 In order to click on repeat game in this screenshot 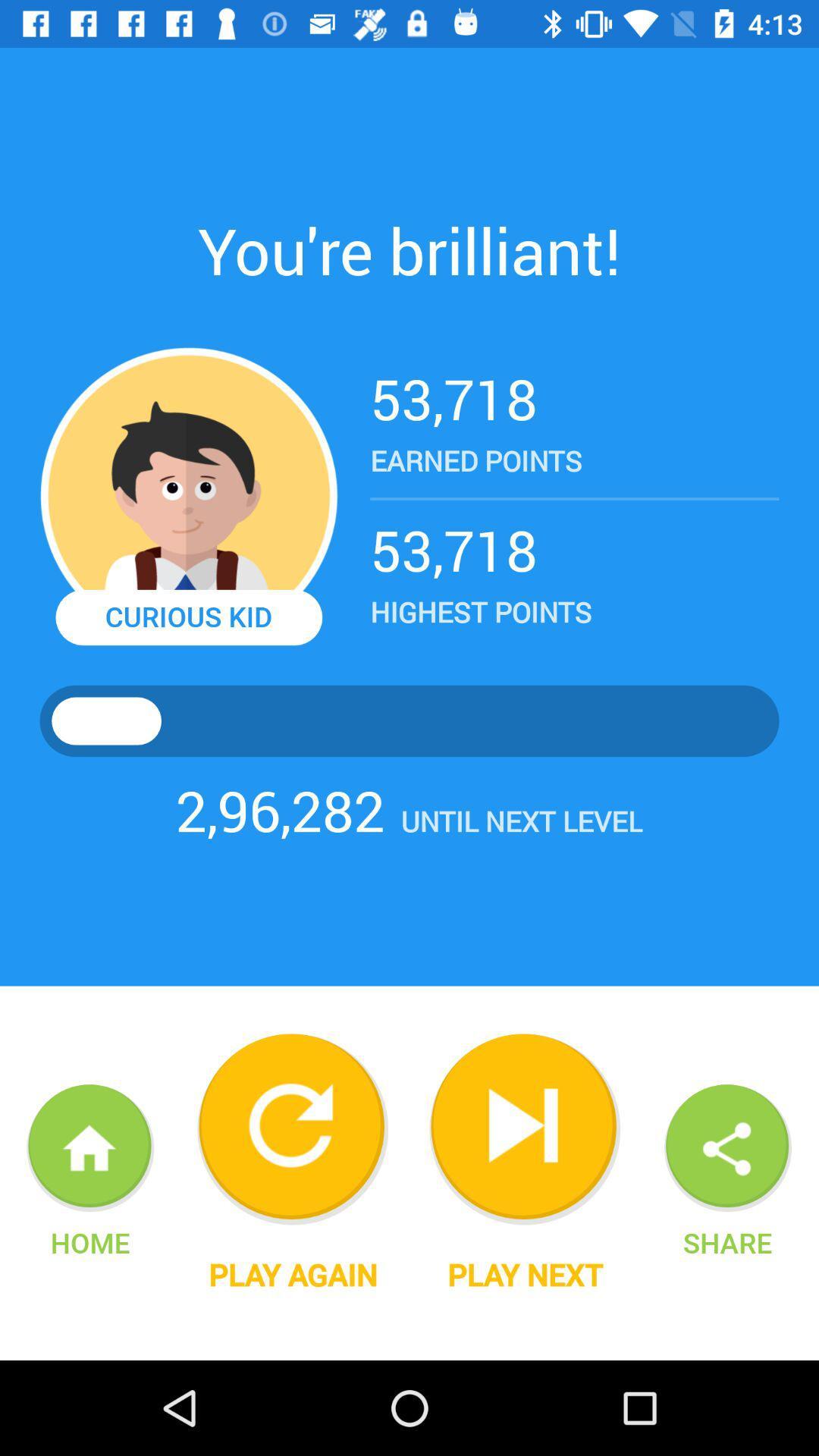, I will do `click(293, 1129)`.